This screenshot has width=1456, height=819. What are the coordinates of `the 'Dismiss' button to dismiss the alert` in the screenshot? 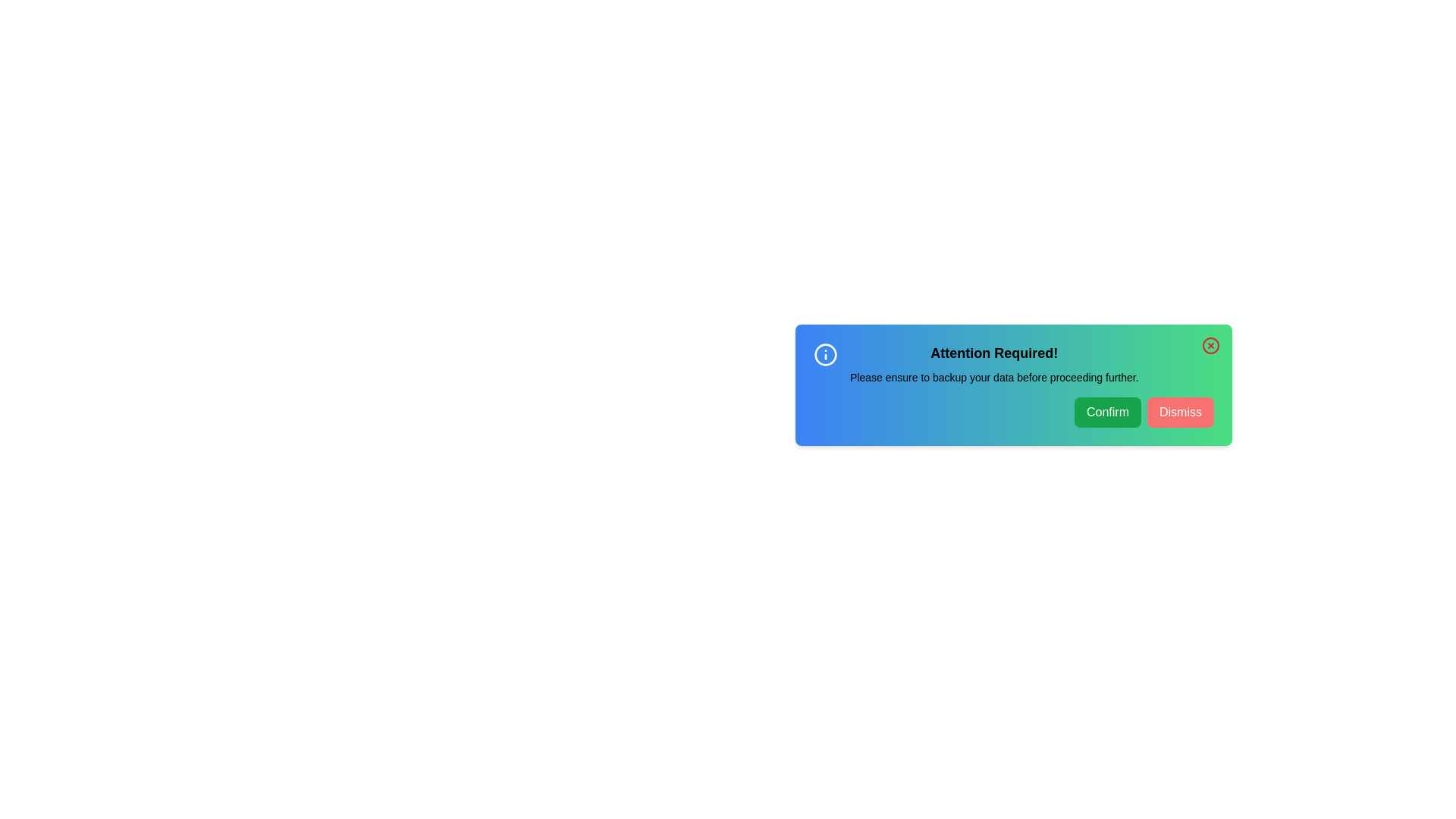 It's located at (1179, 412).